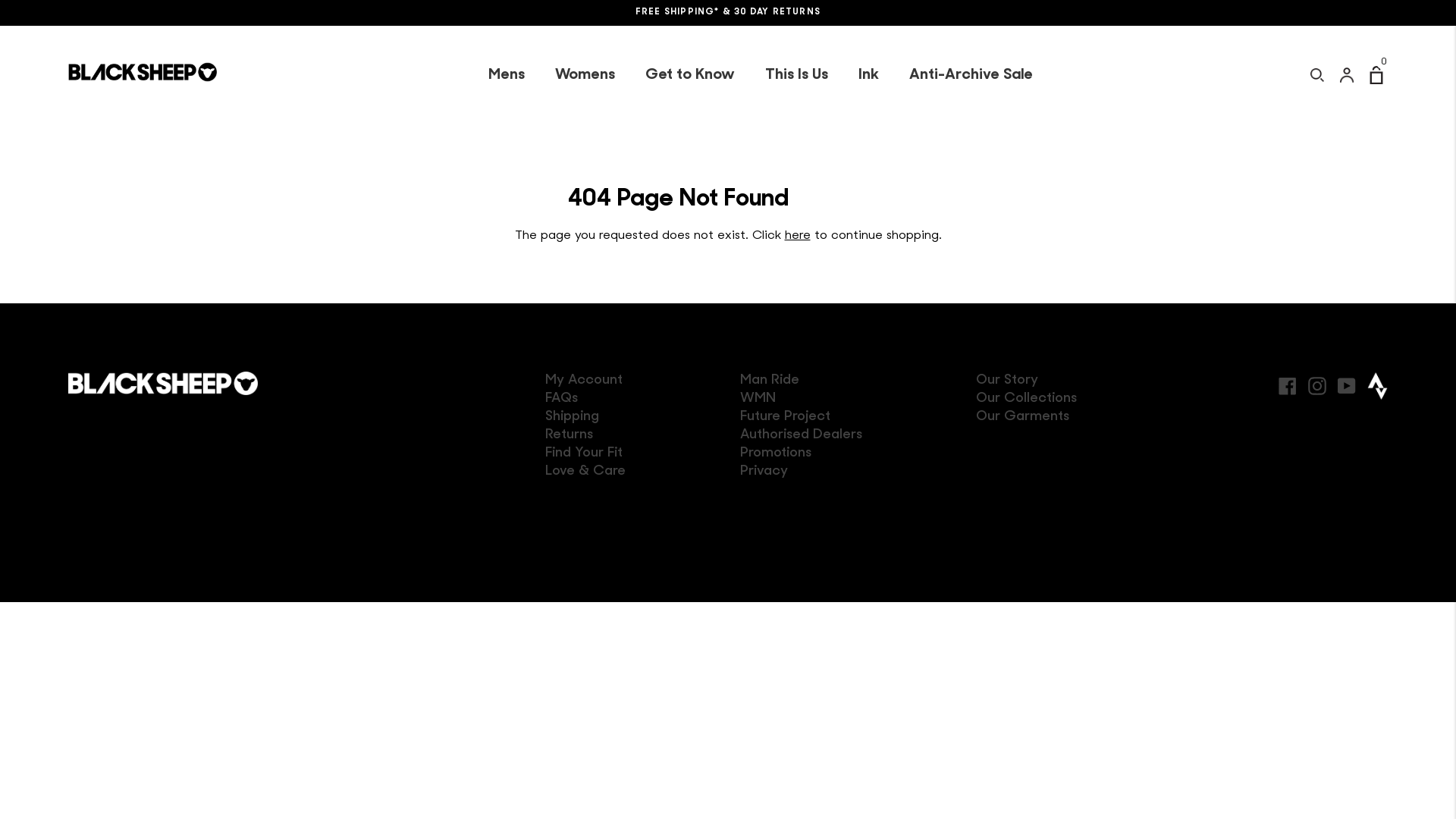  I want to click on 'Love & Care', so click(585, 470).